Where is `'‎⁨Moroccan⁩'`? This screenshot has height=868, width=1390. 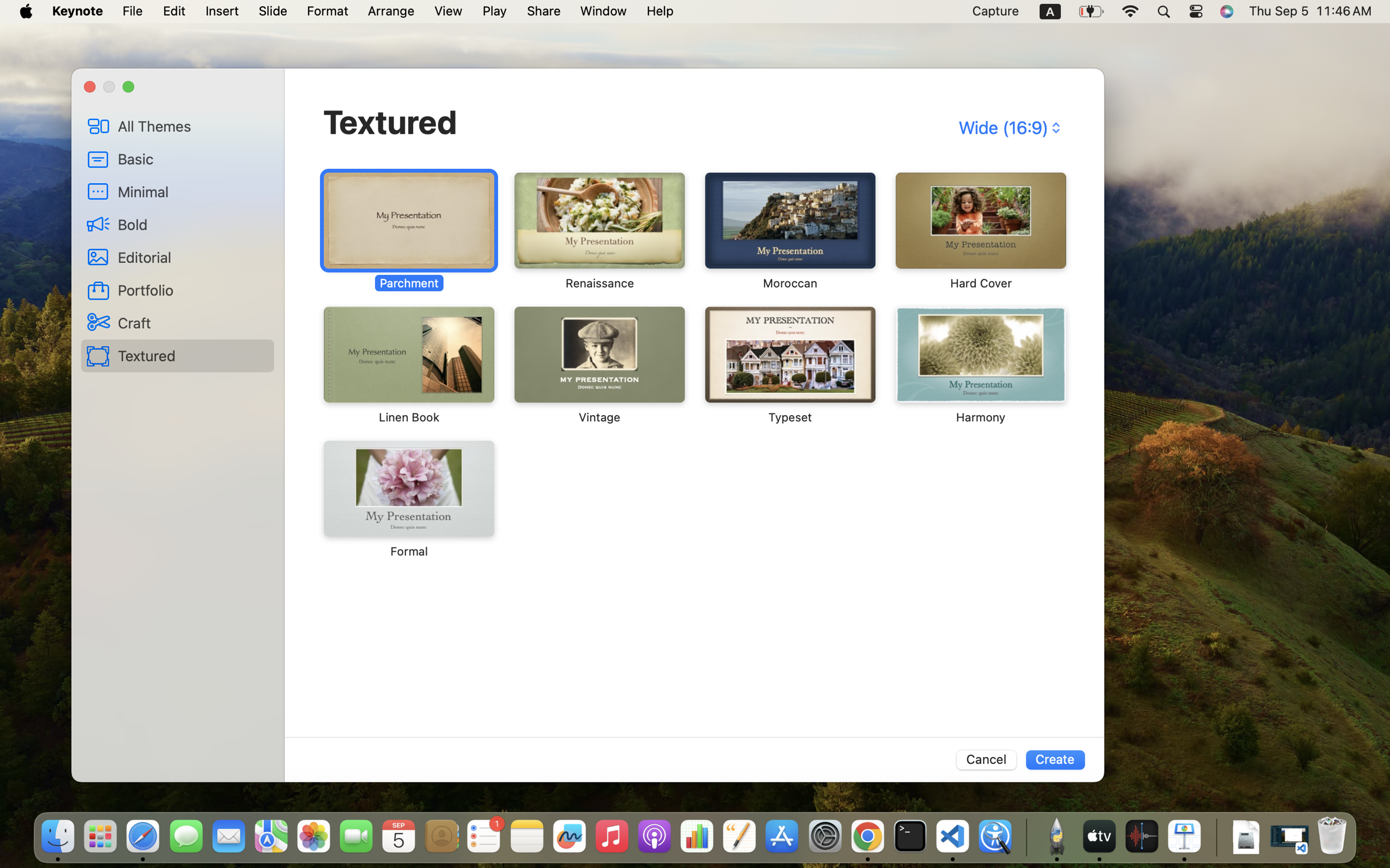 '‎⁨Moroccan⁩' is located at coordinates (789, 231).